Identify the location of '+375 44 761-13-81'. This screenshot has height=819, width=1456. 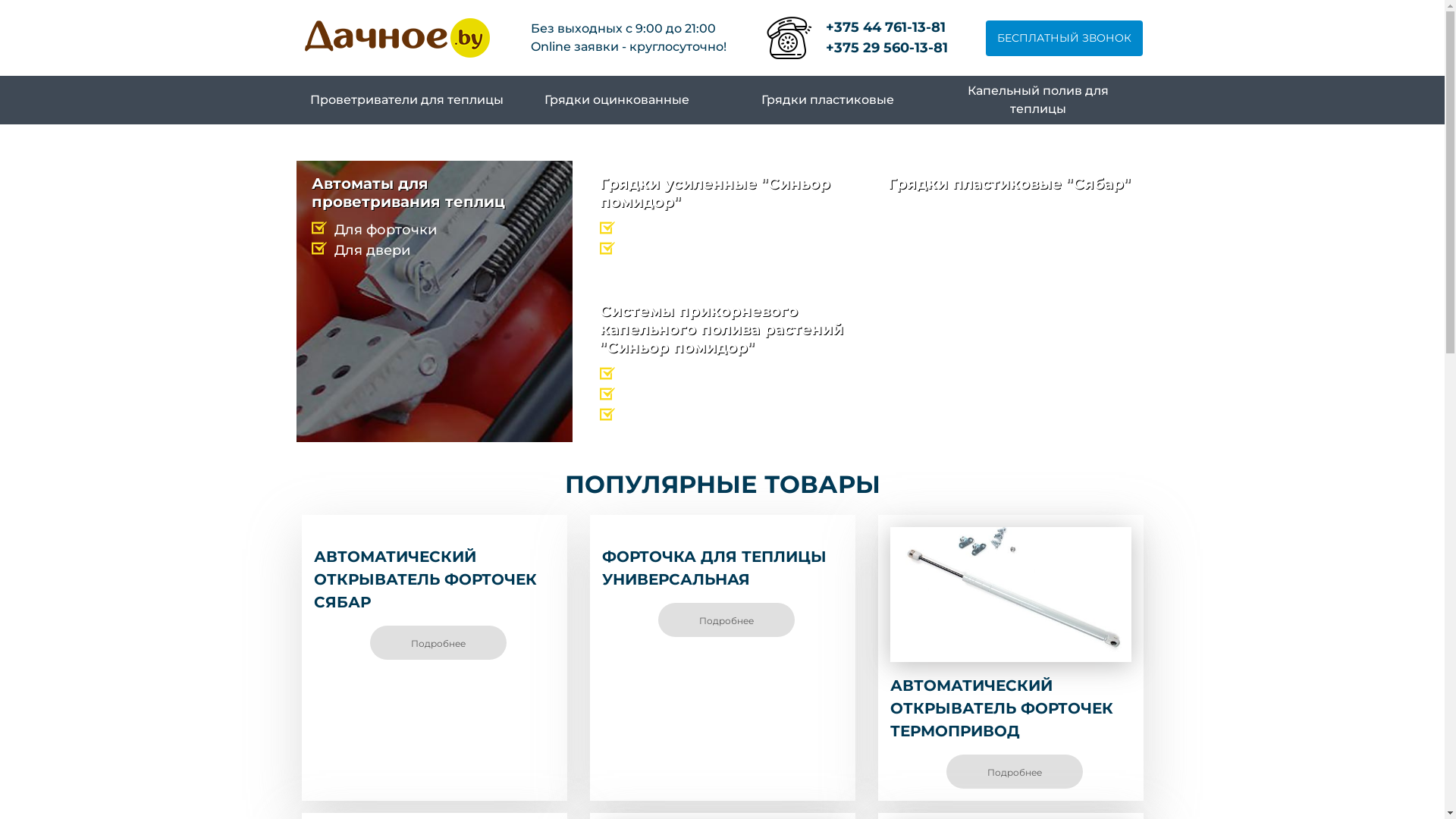
(886, 27).